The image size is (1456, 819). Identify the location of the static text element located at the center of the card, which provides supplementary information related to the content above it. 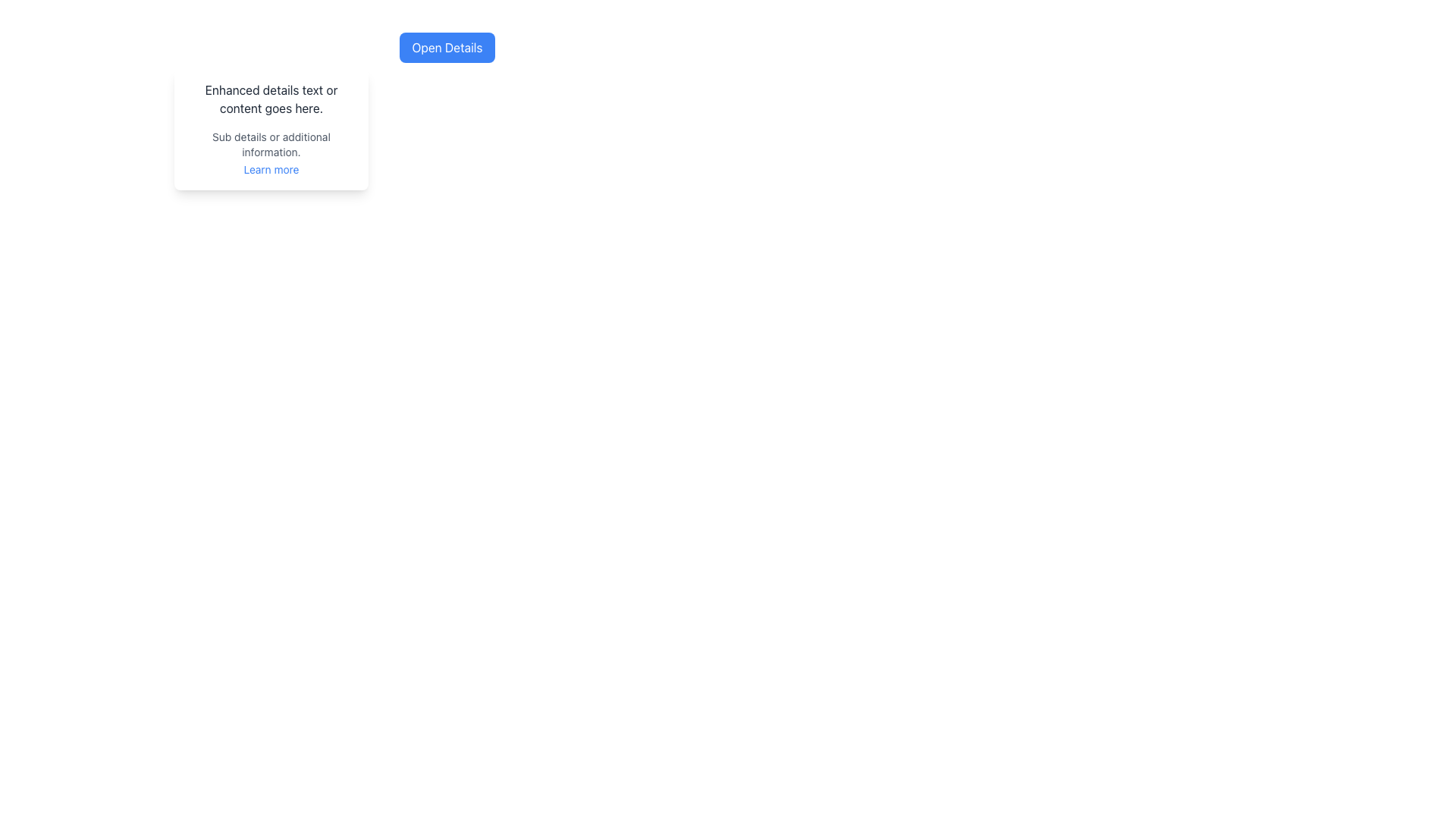
(271, 145).